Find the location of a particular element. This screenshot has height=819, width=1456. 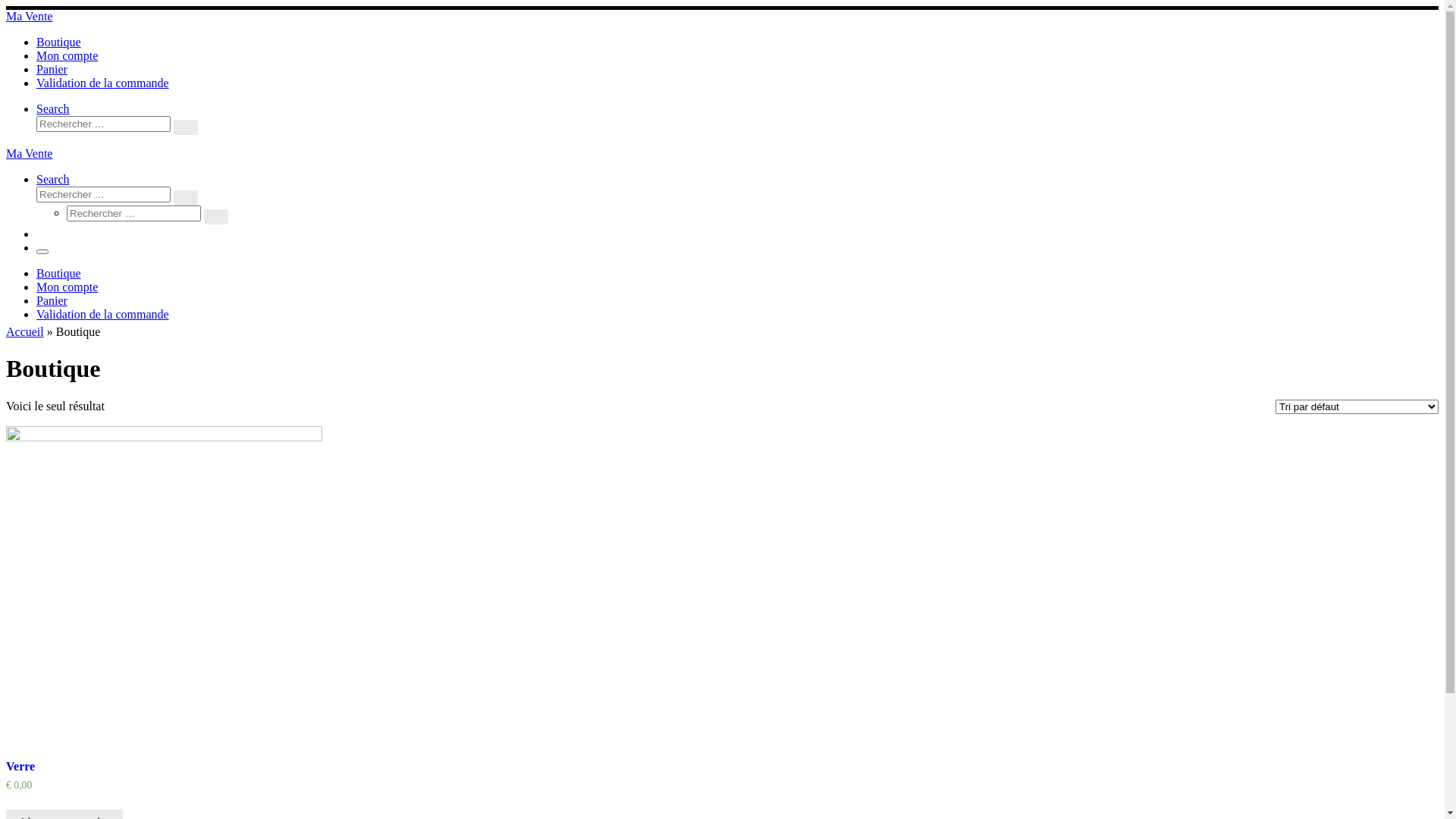

'Accueil' is located at coordinates (25, 331).